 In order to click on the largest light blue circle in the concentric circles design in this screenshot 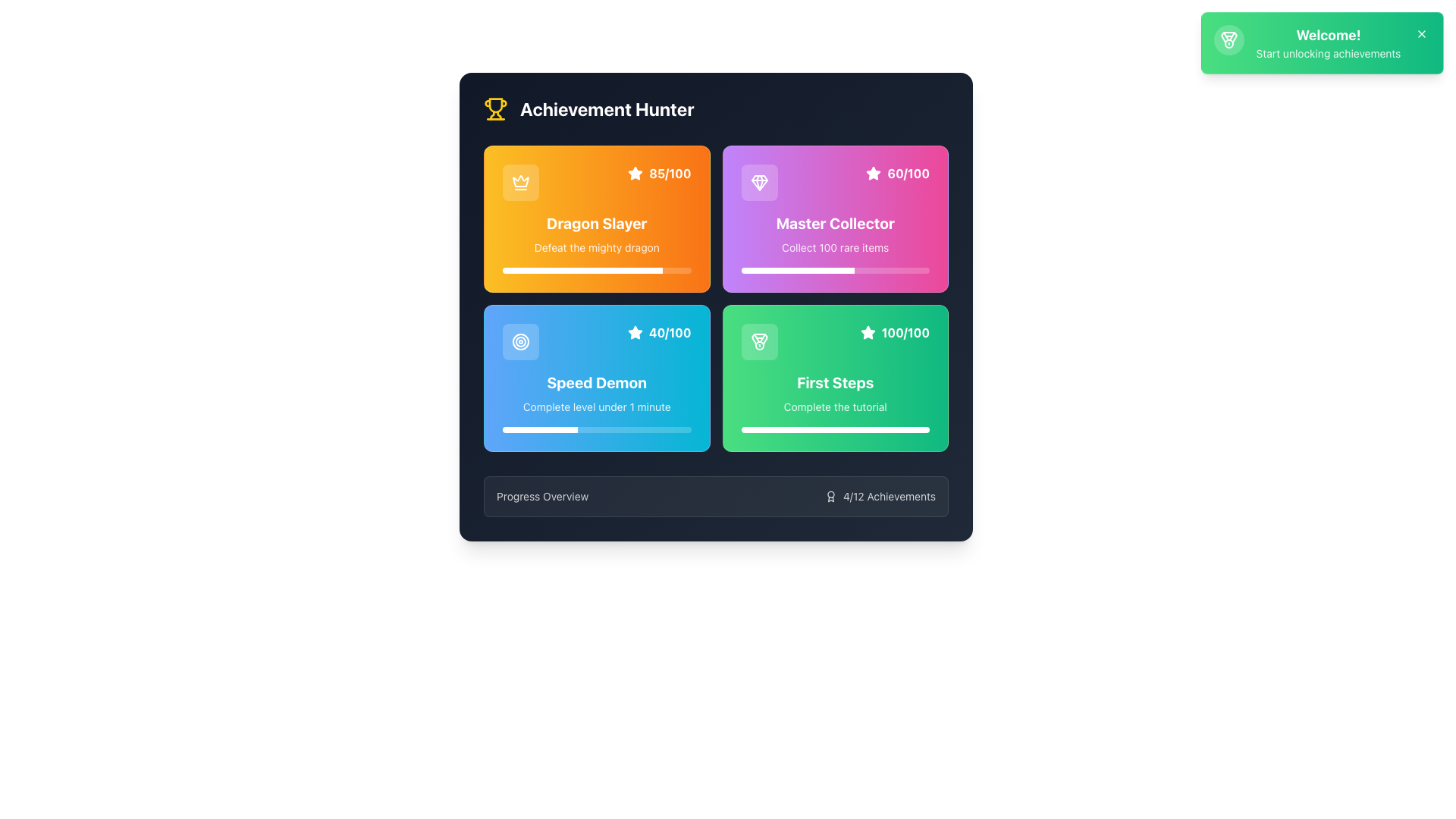, I will do `click(520, 342)`.